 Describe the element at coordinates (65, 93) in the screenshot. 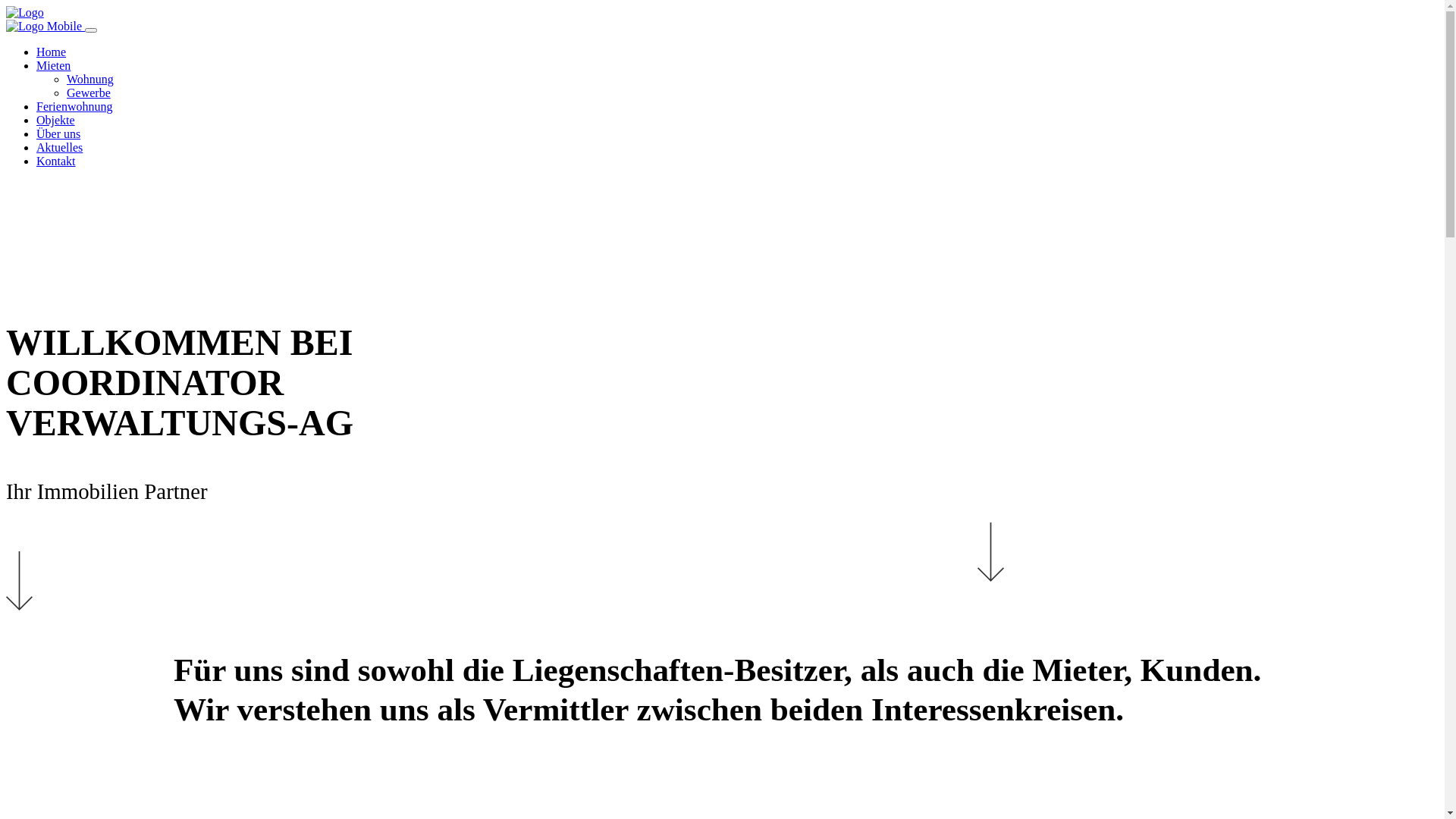

I see `'Gewerbe'` at that location.